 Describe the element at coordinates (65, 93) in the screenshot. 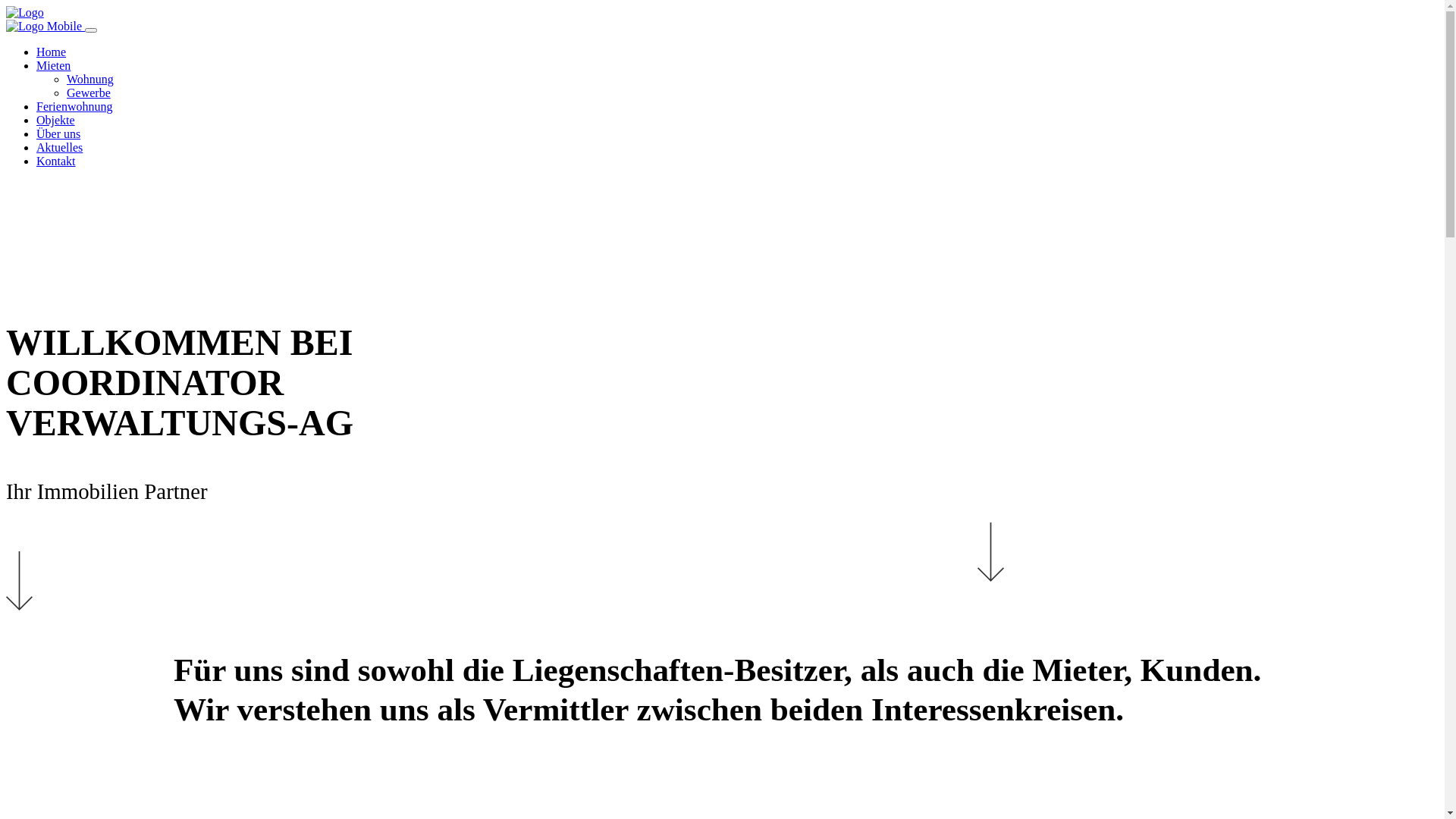

I see `'Gewerbe'` at that location.